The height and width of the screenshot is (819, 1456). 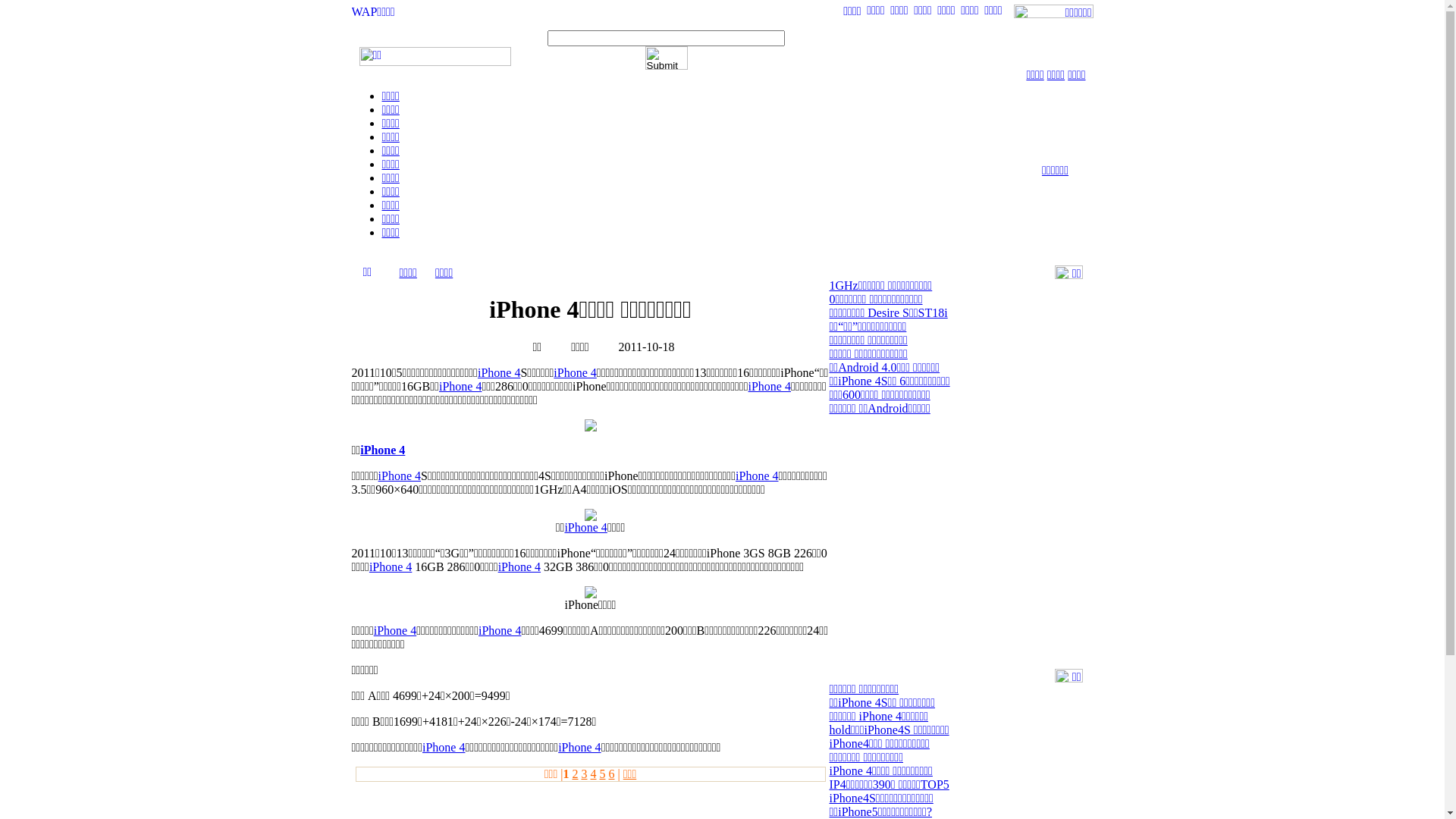 What do you see at coordinates (601, 773) in the screenshot?
I see `'5'` at bounding box center [601, 773].